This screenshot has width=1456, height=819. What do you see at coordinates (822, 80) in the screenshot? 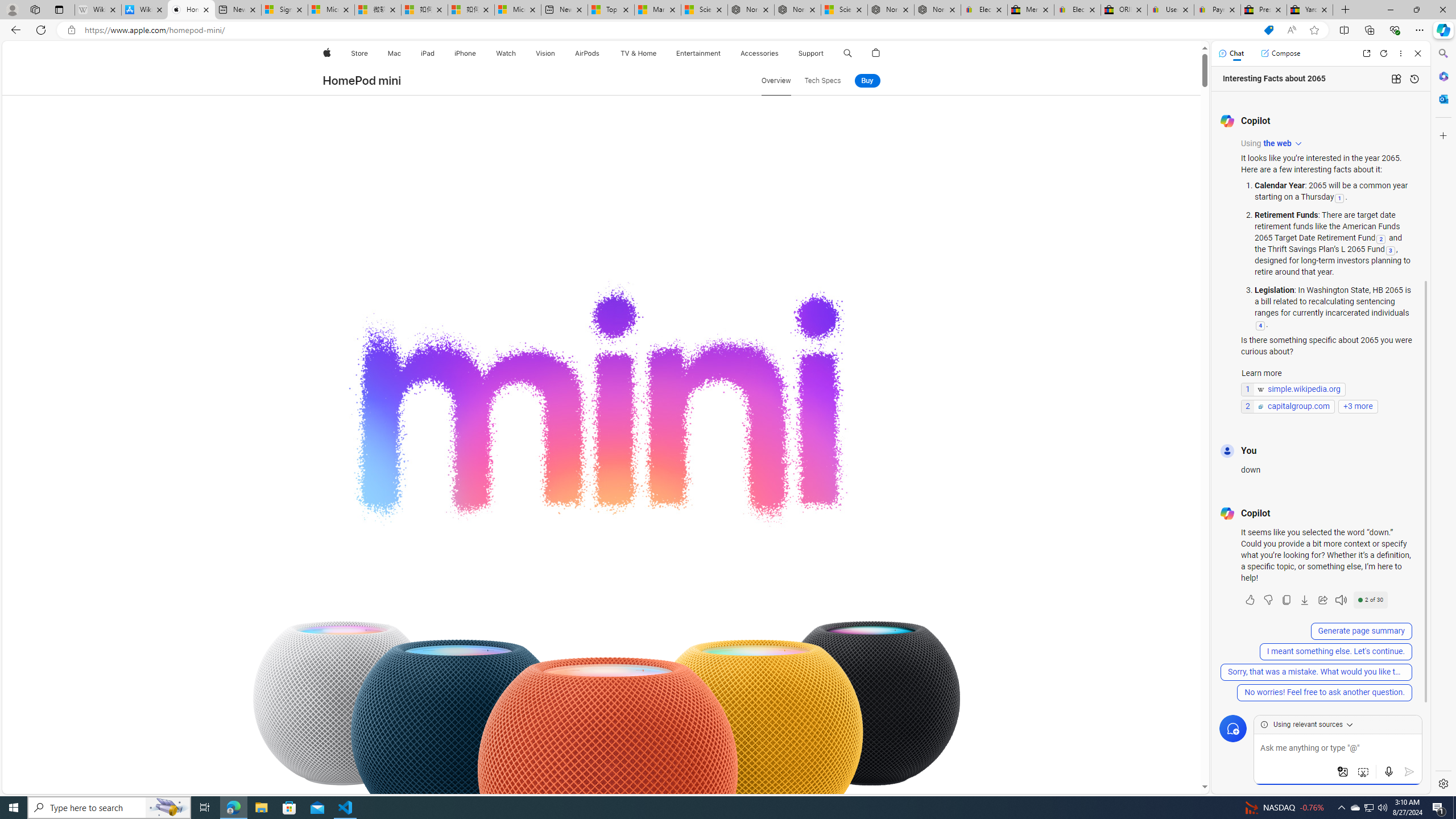
I see `'Tech Specs'` at bounding box center [822, 80].